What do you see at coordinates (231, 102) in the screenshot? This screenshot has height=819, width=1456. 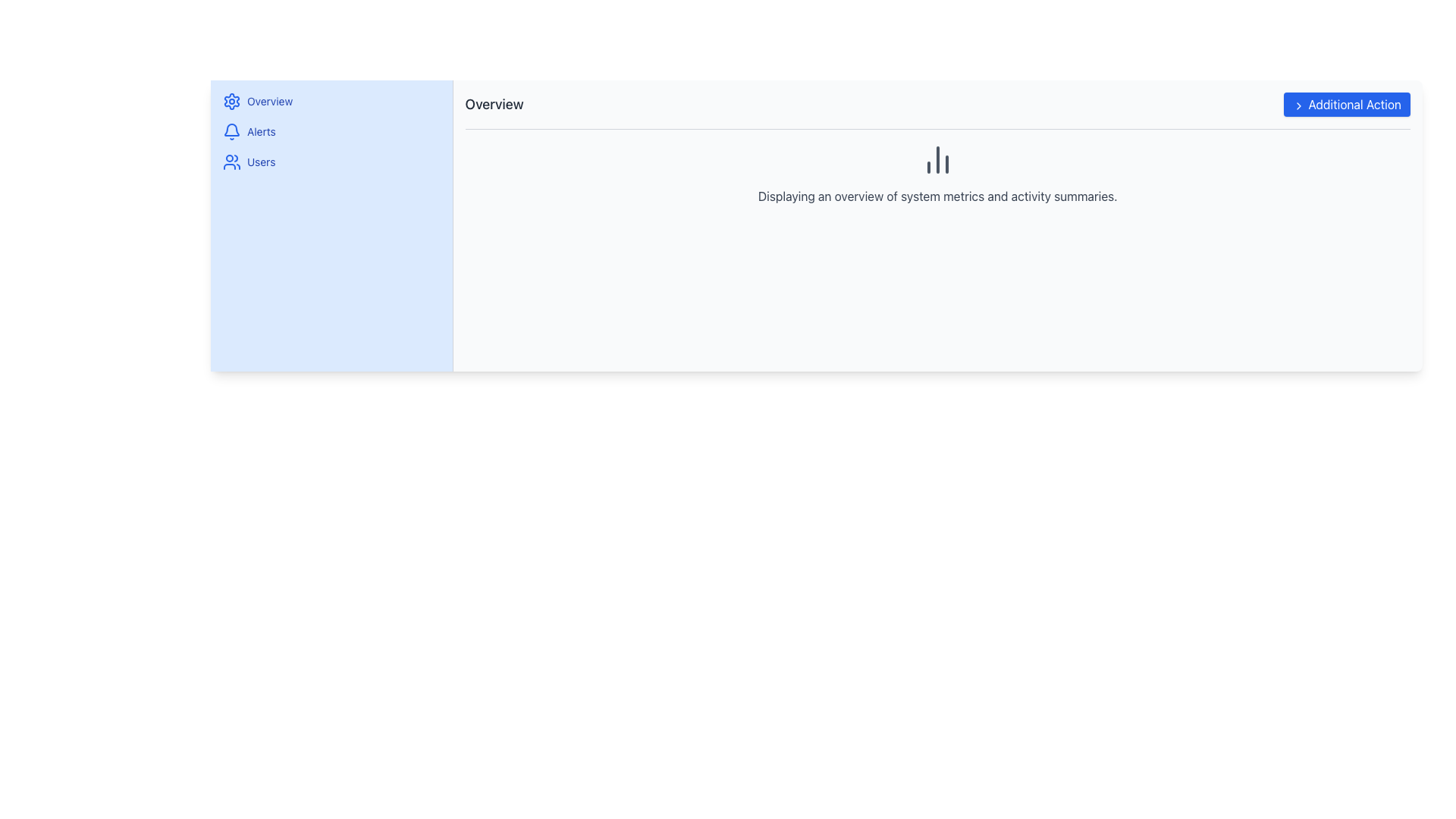 I see `the settings icon, which is the first item in the vertical list of sidebar icons located in the left sidebar of the application` at bounding box center [231, 102].